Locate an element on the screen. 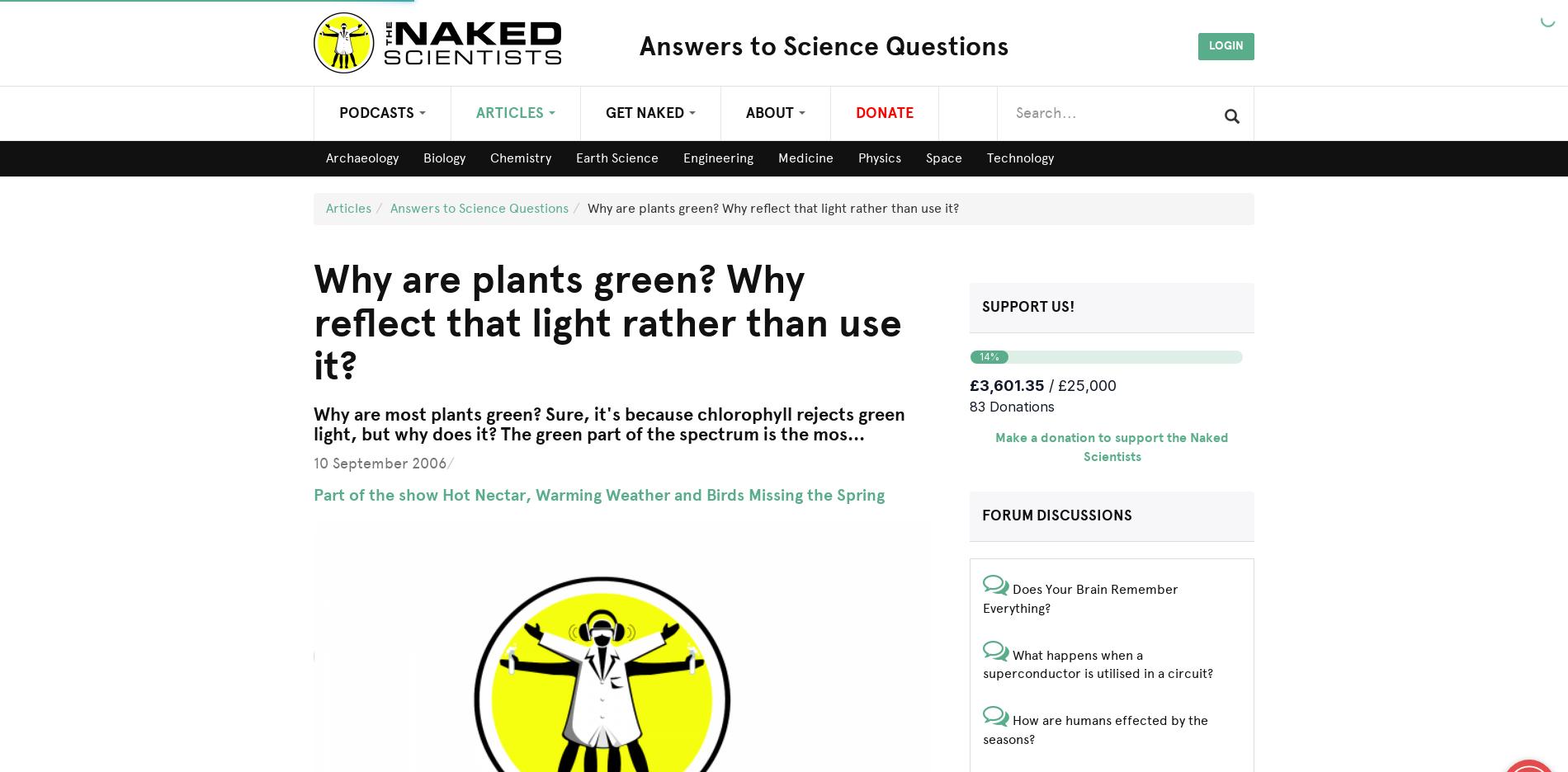  'What happens when a superconductor is utilised in a circuit?' is located at coordinates (1097, 662).